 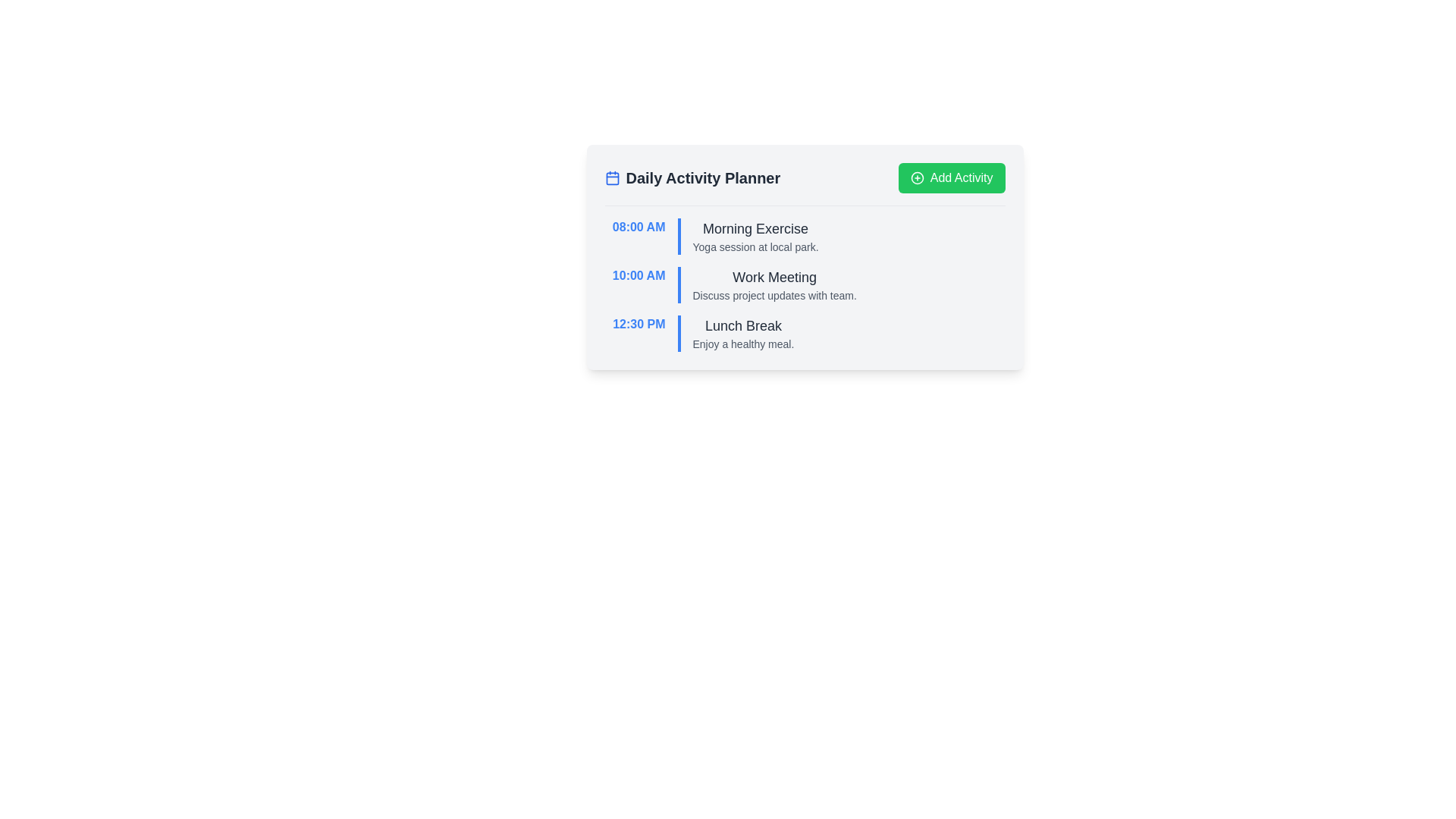 I want to click on text displayed as '10:00 AM' in bold blue color, which indicates the time for the 'Work Meeting' activity, so click(x=641, y=284).